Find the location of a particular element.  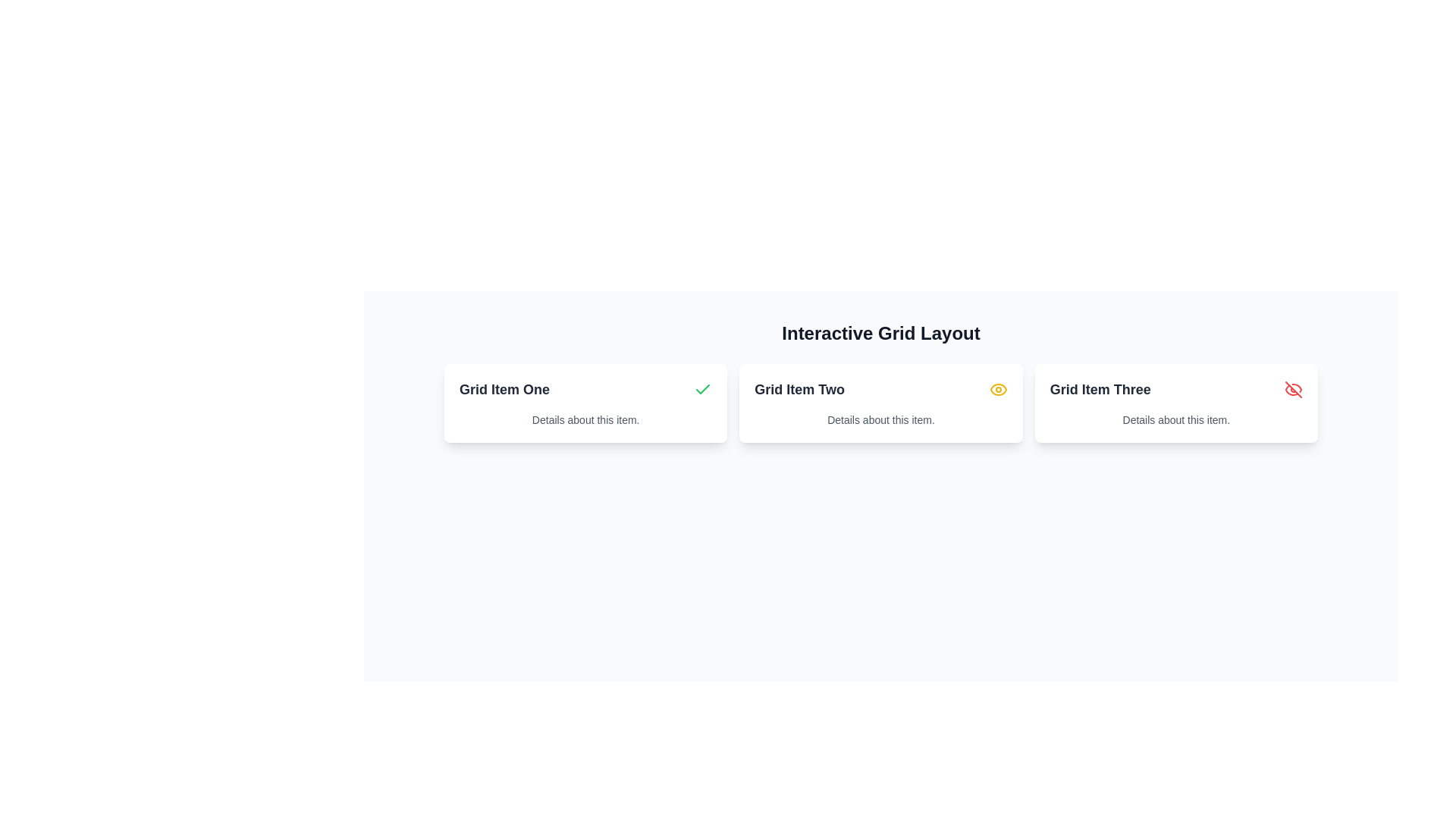

the hidden or disabled status represented by the icon located at the top-right corner of the grid card labeled 'Grid Item Three' is located at coordinates (1292, 388).